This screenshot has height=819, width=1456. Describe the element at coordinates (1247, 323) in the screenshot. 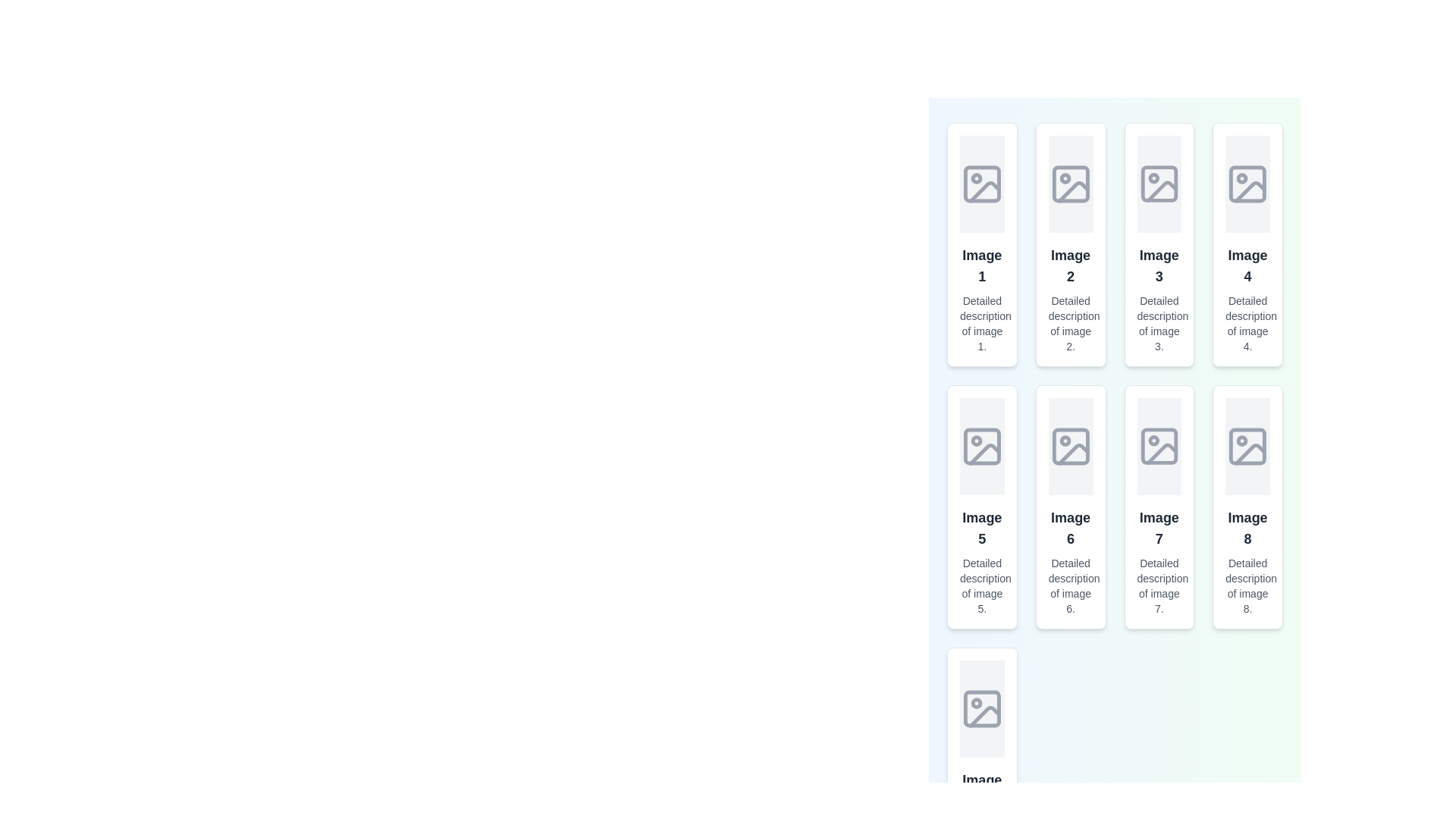

I see `the text element that provides a detailed description for 'Image 4', located in the fourth column of the grid layout, below the bold title text labeled 'Image 4'` at that location.